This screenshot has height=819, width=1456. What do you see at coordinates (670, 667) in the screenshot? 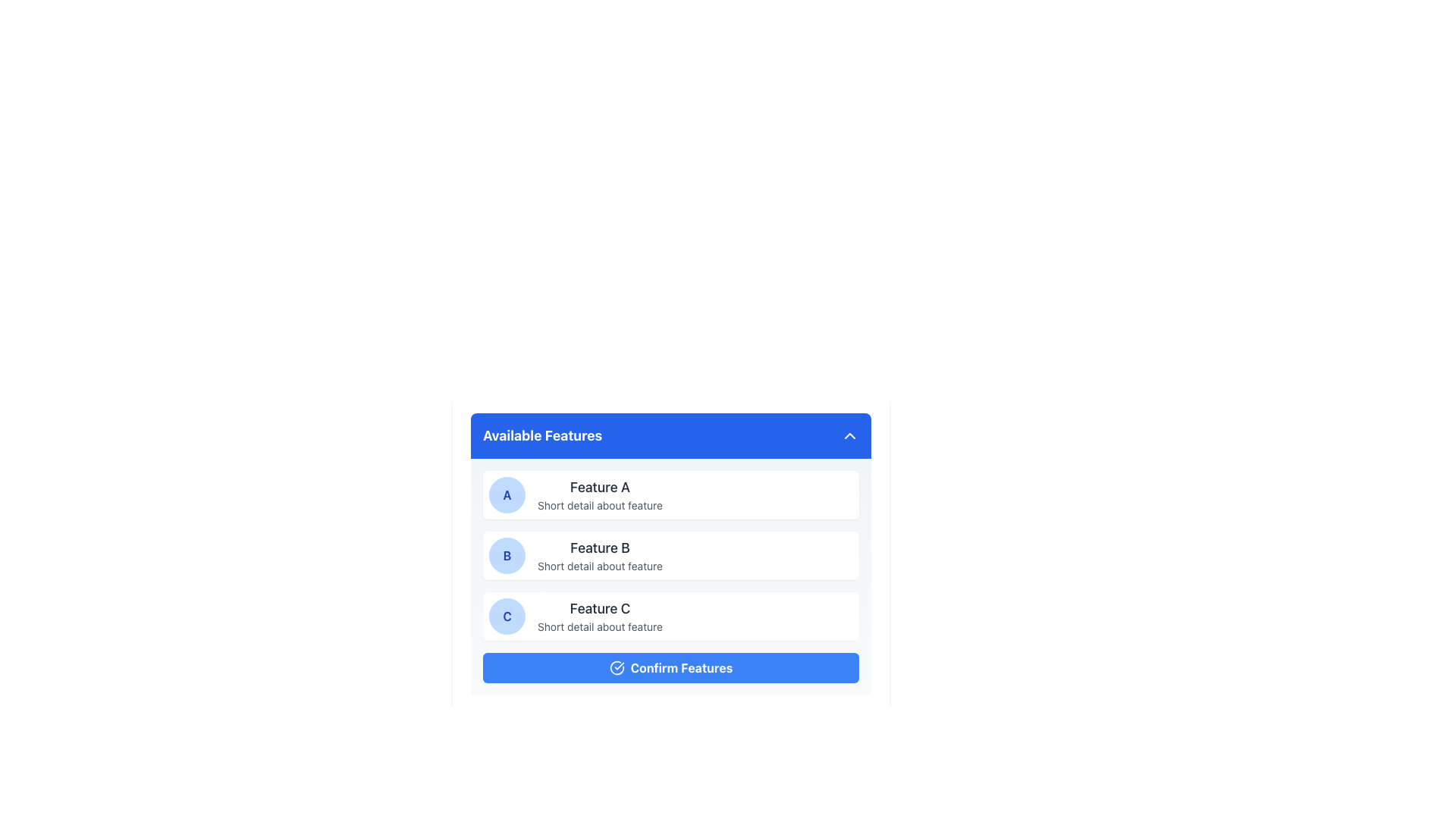
I see `the confirmation button located at the bottom of the features panel` at bounding box center [670, 667].